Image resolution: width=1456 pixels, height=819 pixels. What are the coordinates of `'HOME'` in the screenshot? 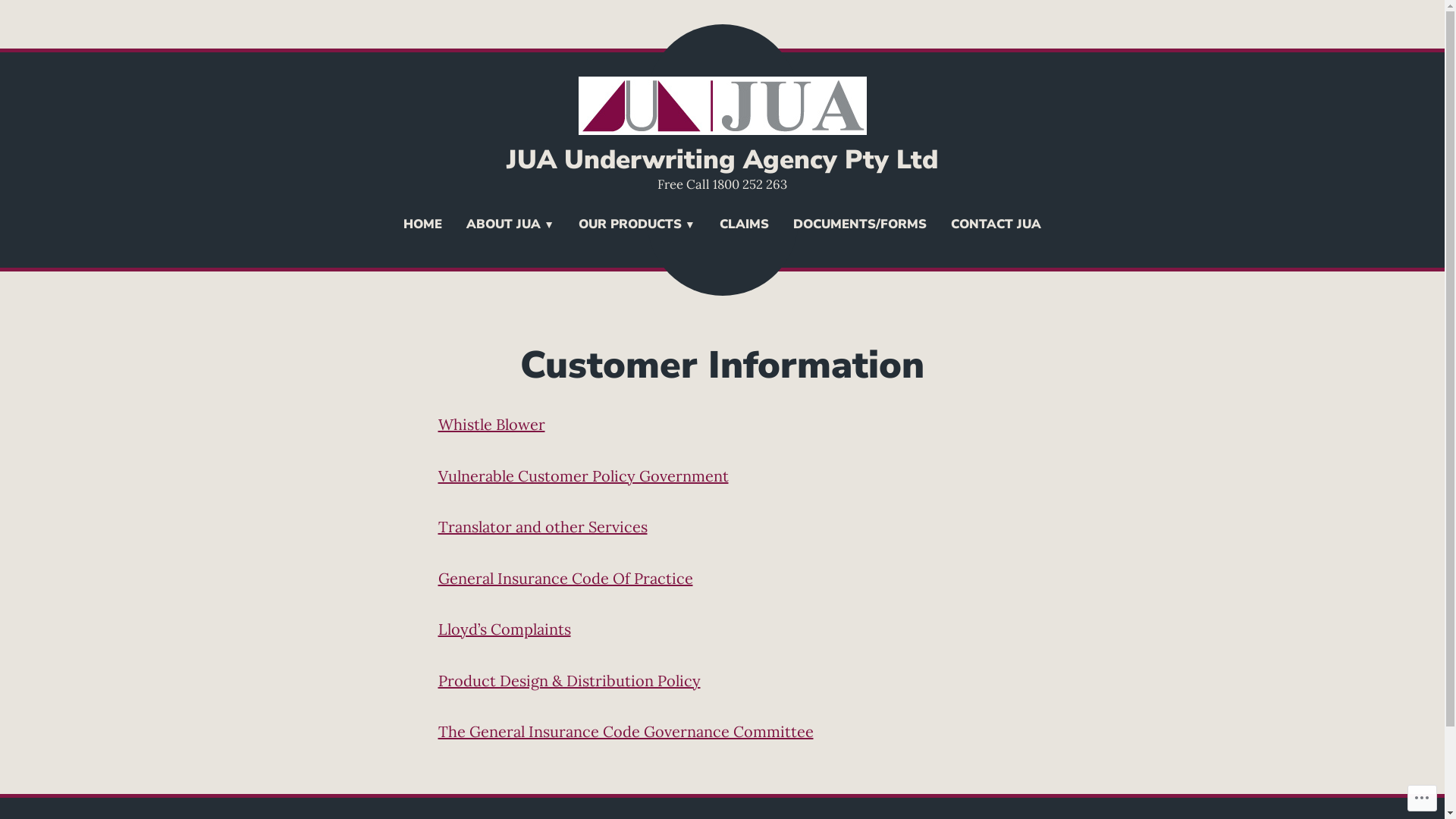 It's located at (422, 225).